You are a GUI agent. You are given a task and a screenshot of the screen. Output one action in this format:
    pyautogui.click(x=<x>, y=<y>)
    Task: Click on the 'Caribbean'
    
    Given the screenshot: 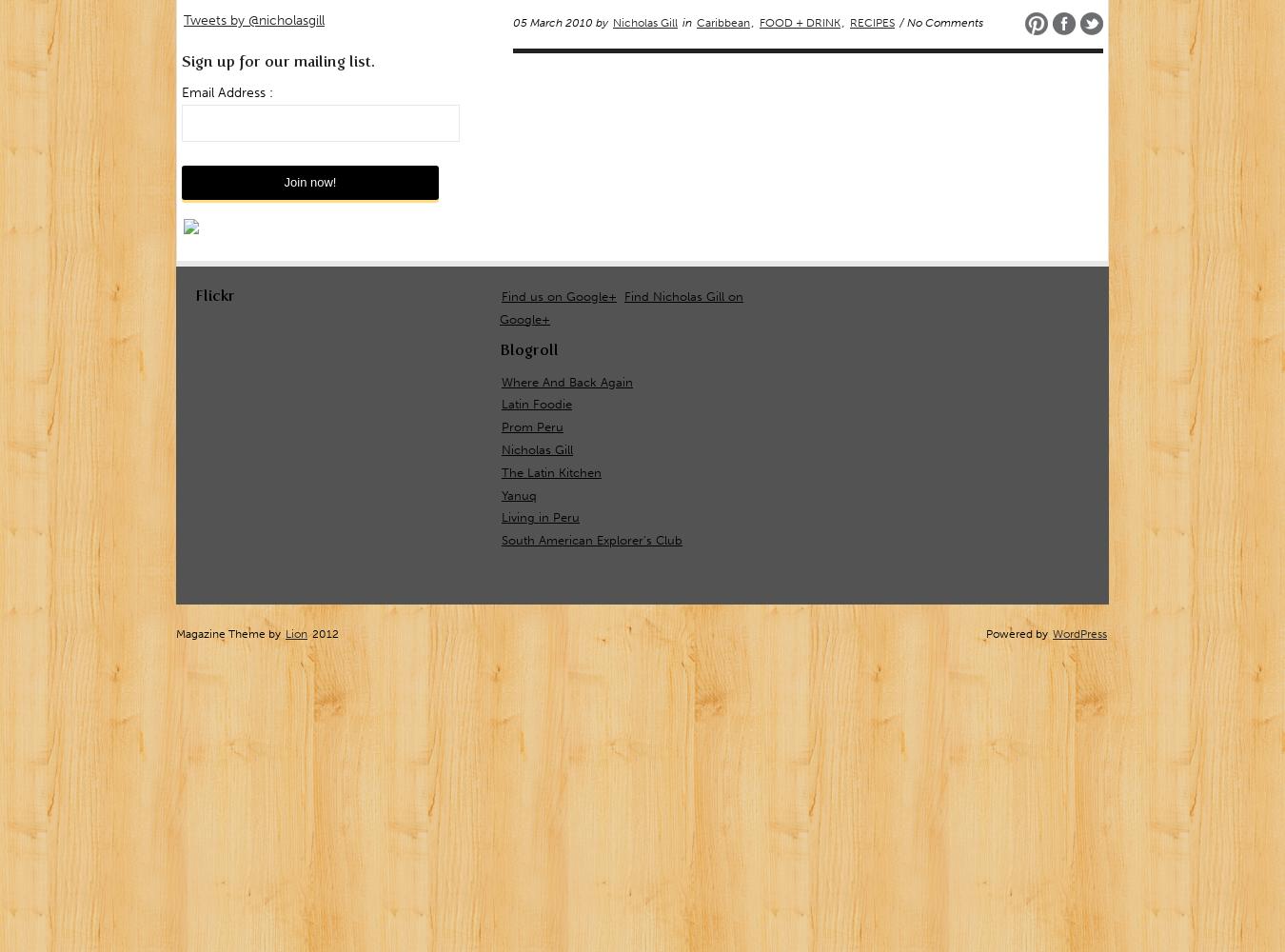 What is the action you would take?
    pyautogui.click(x=722, y=23)
    